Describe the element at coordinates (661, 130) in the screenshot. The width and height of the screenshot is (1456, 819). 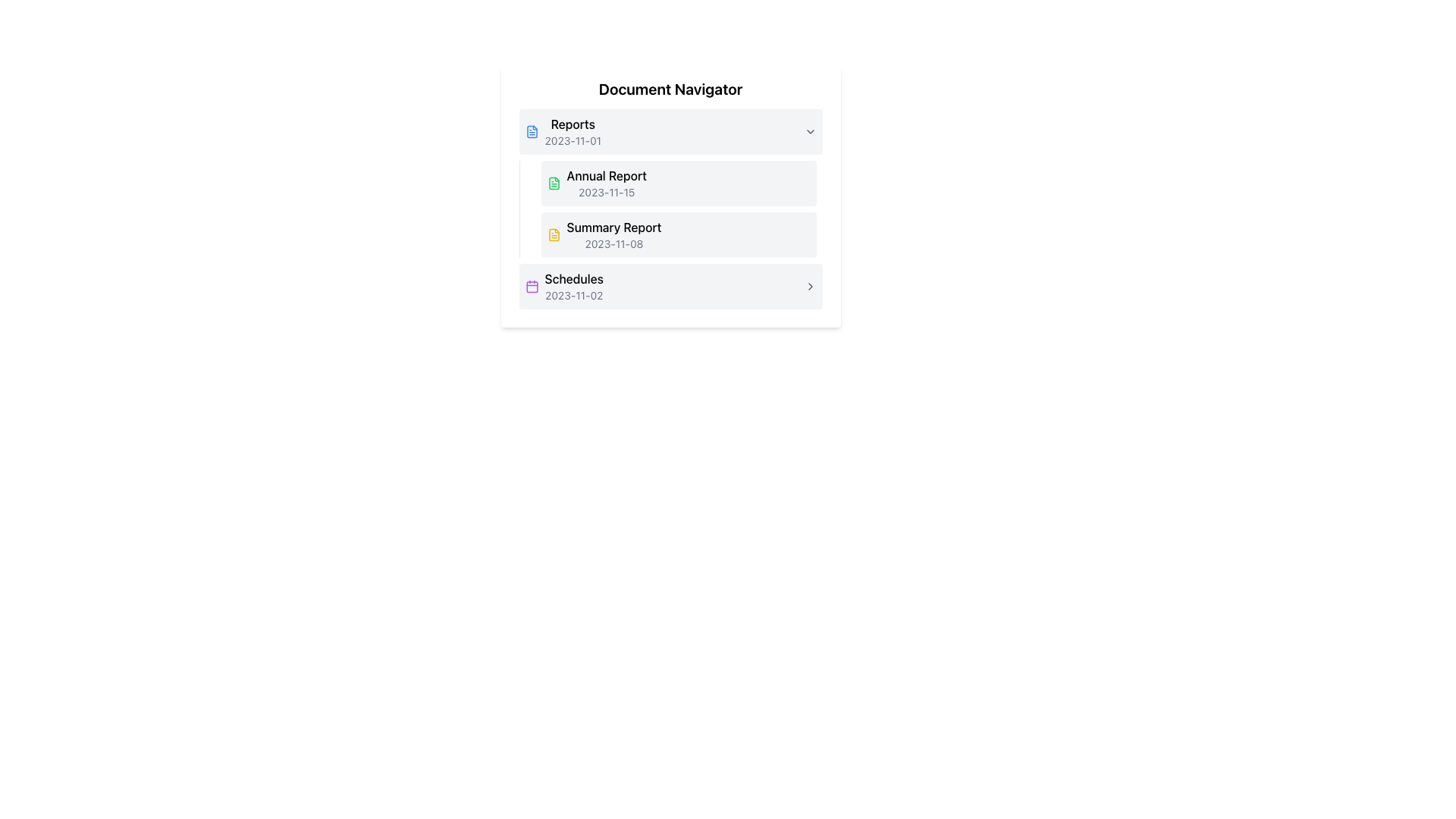
I see `the 'Reports' entry for the date '2023-11-01' in the Document Navigator list` at that location.